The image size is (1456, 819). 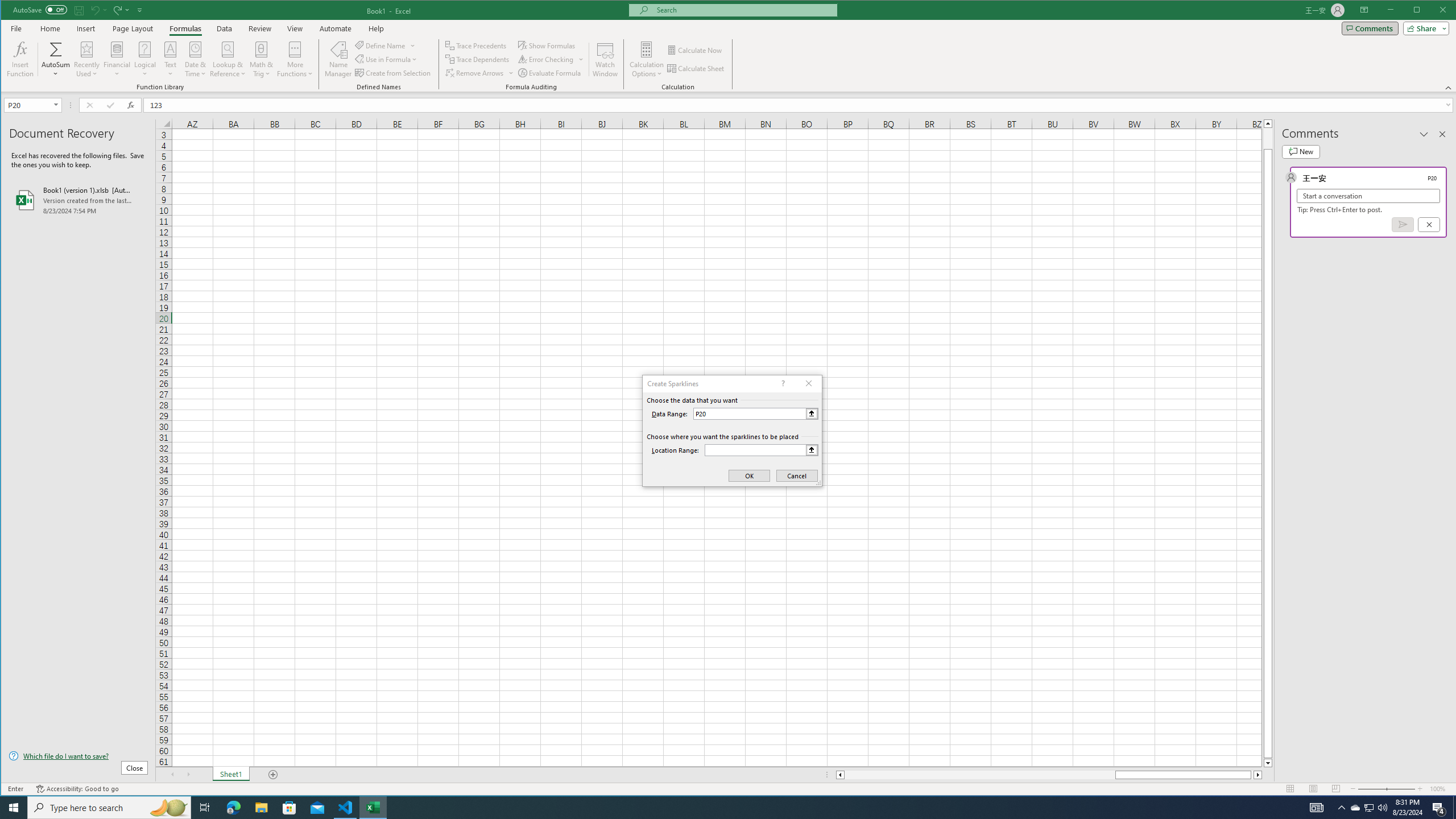 I want to click on 'Zoom', so click(x=1386, y=788).